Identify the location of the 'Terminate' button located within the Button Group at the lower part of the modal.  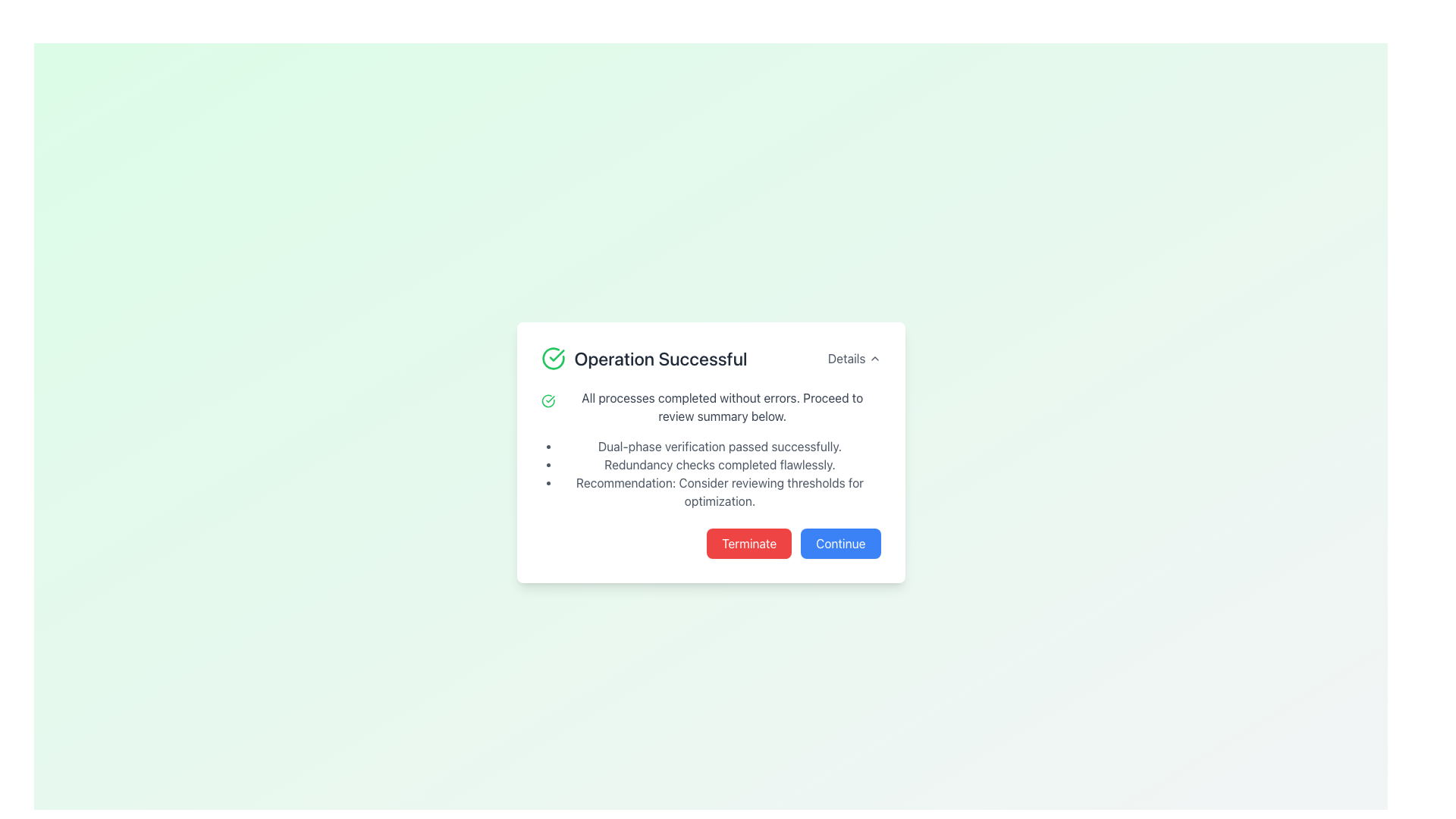
(710, 543).